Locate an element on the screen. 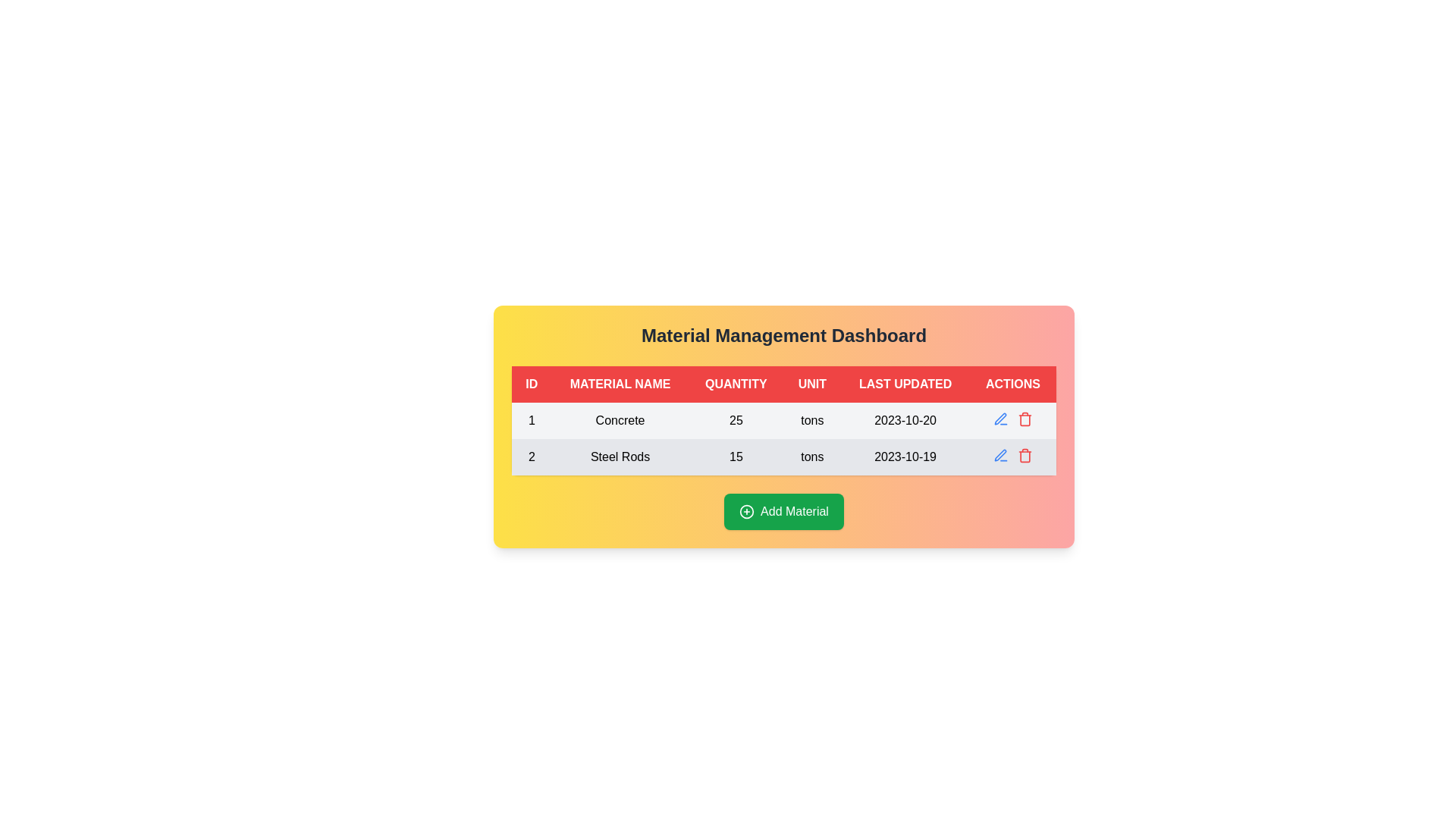 The image size is (1456, 819). the first row of the material management table to interact with the specific parts of the entry is located at coordinates (783, 421).